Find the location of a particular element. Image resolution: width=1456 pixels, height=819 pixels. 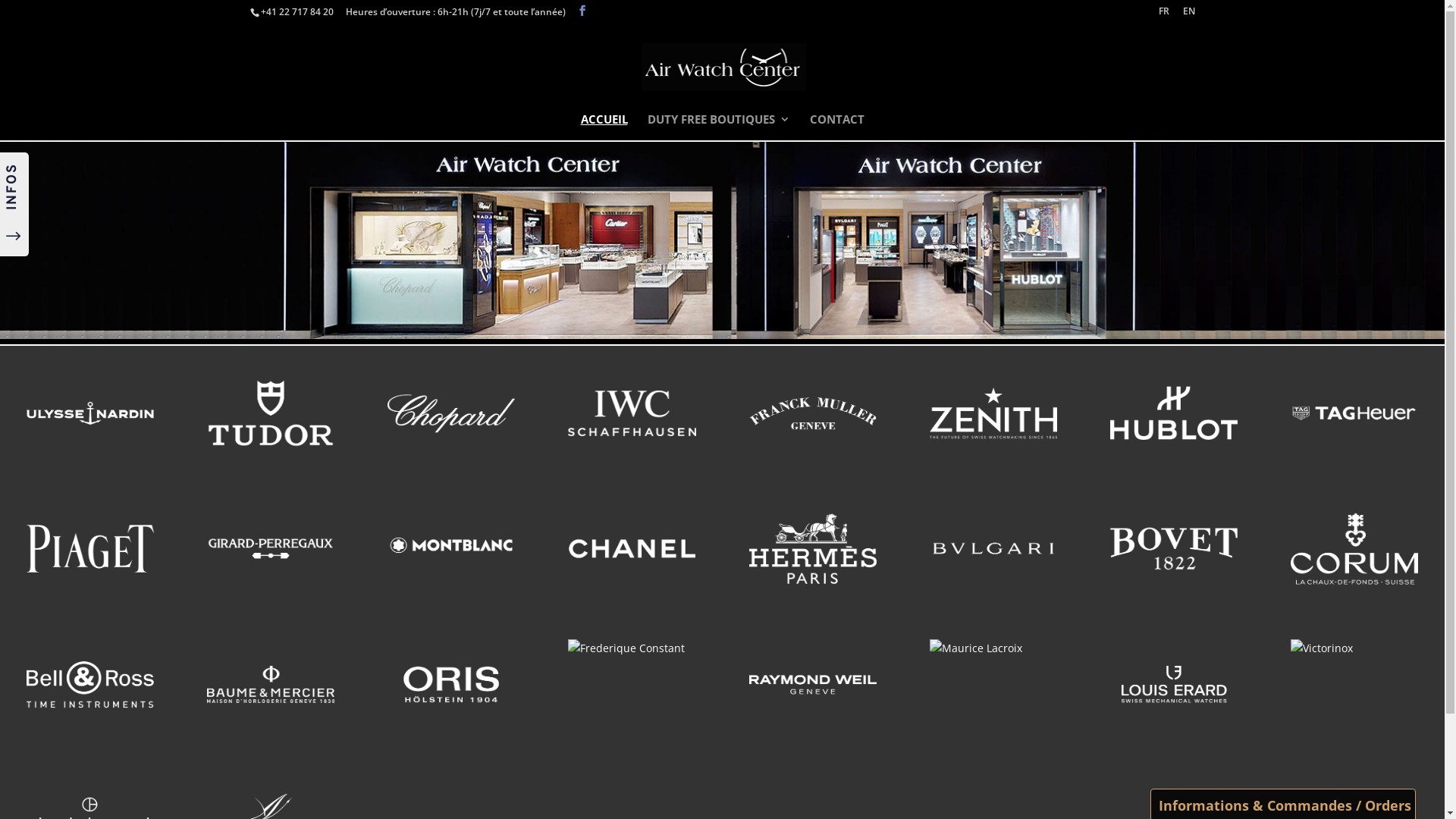

'FR' is located at coordinates (1163, 14).